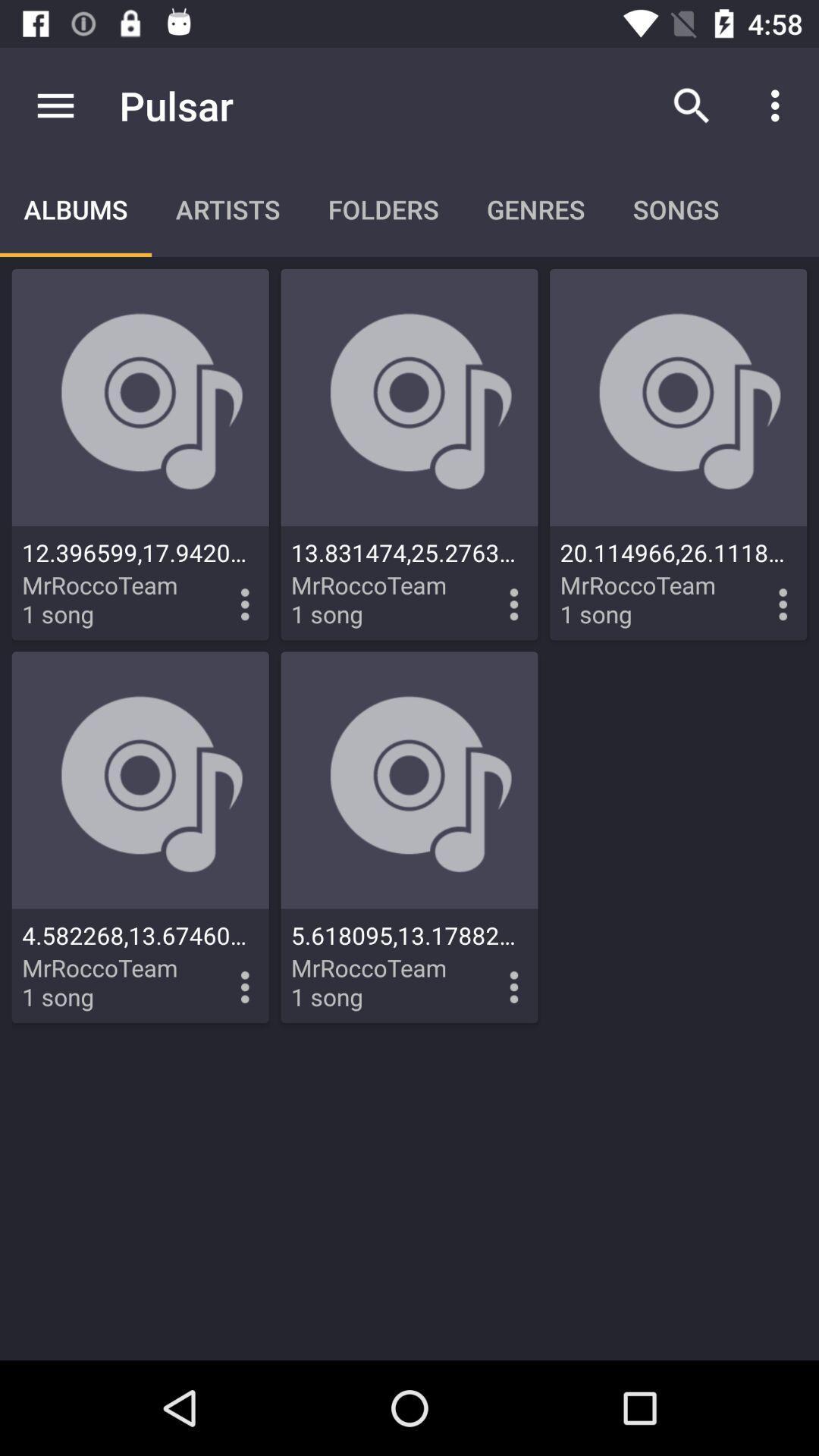 The width and height of the screenshot is (819, 1456). Describe the element at coordinates (409, 836) in the screenshot. I see `the second row of second music icon` at that location.